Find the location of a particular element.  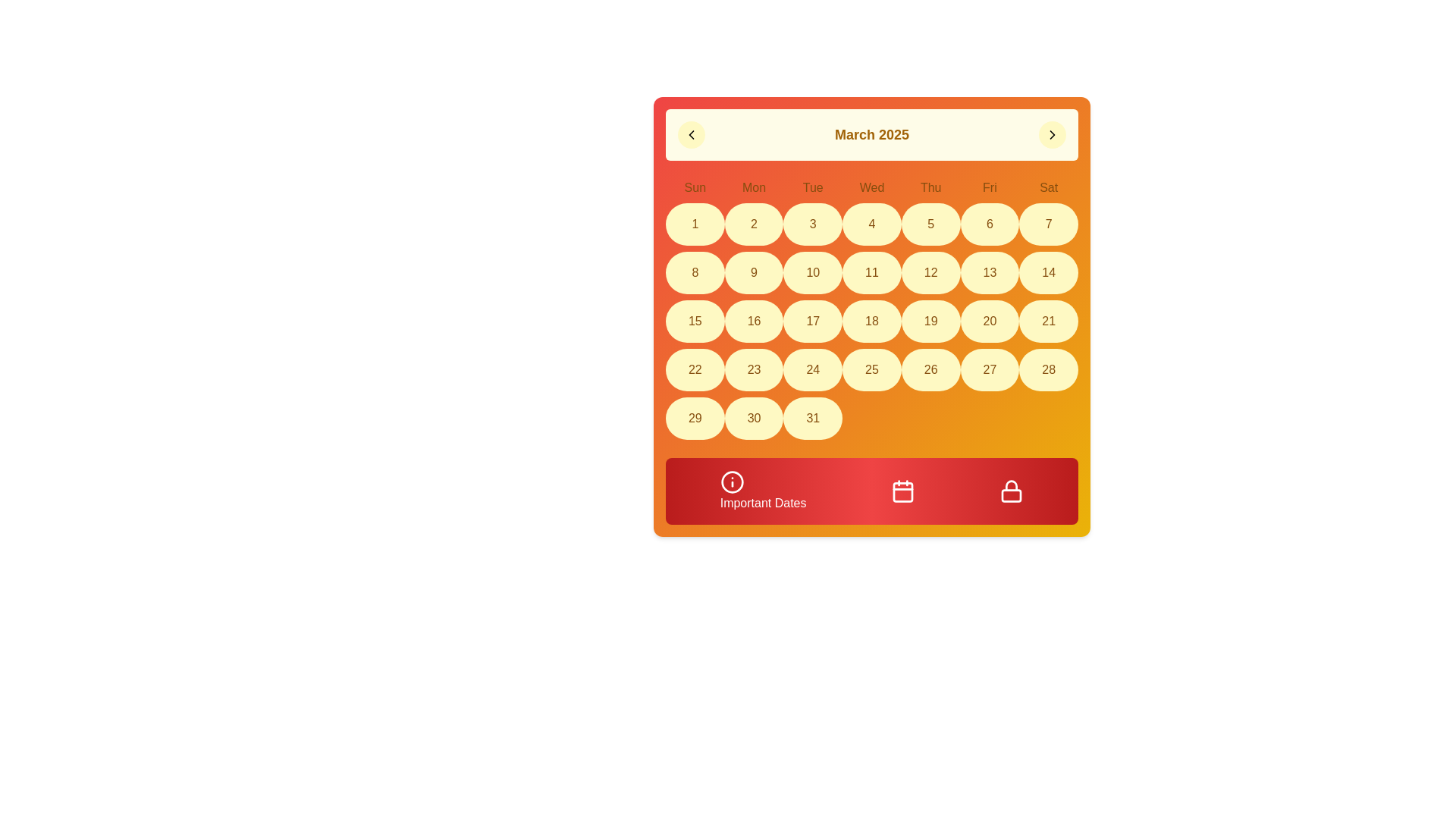

the Circular day element representing the date '10' in the calendar grid, located in the third row and third column under Tuesday is located at coordinates (812, 271).